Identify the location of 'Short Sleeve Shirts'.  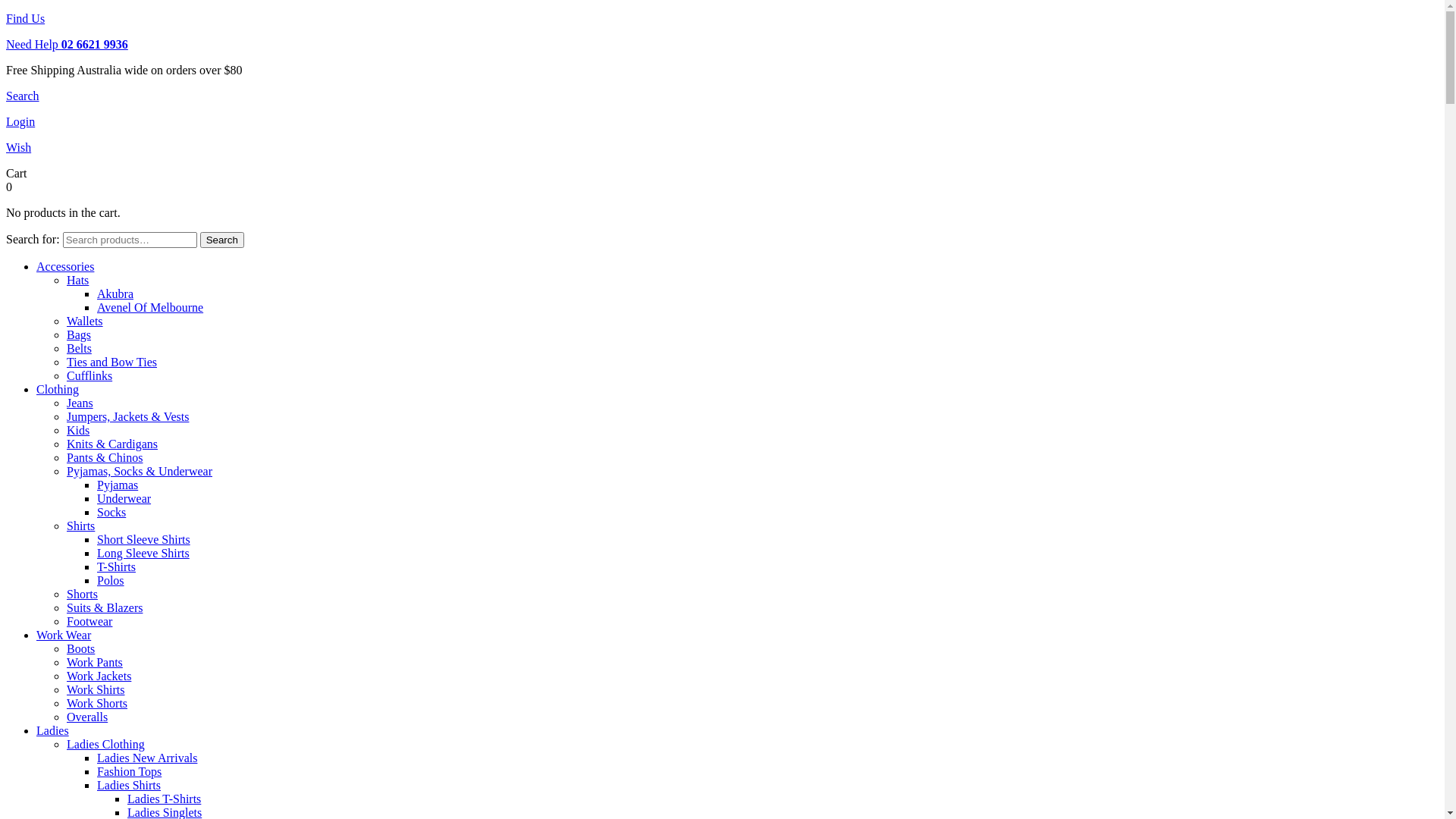
(96, 538).